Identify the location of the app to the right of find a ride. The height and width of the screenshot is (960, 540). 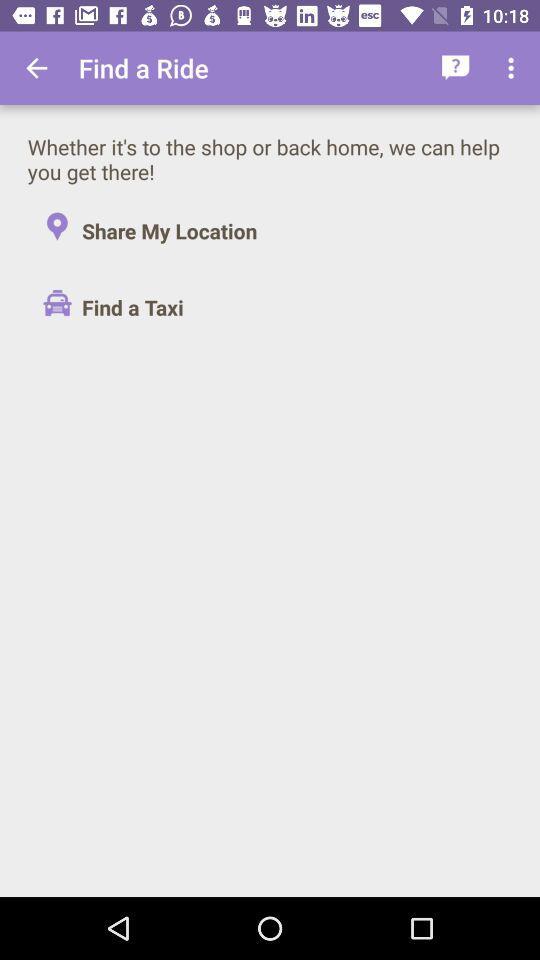
(455, 68).